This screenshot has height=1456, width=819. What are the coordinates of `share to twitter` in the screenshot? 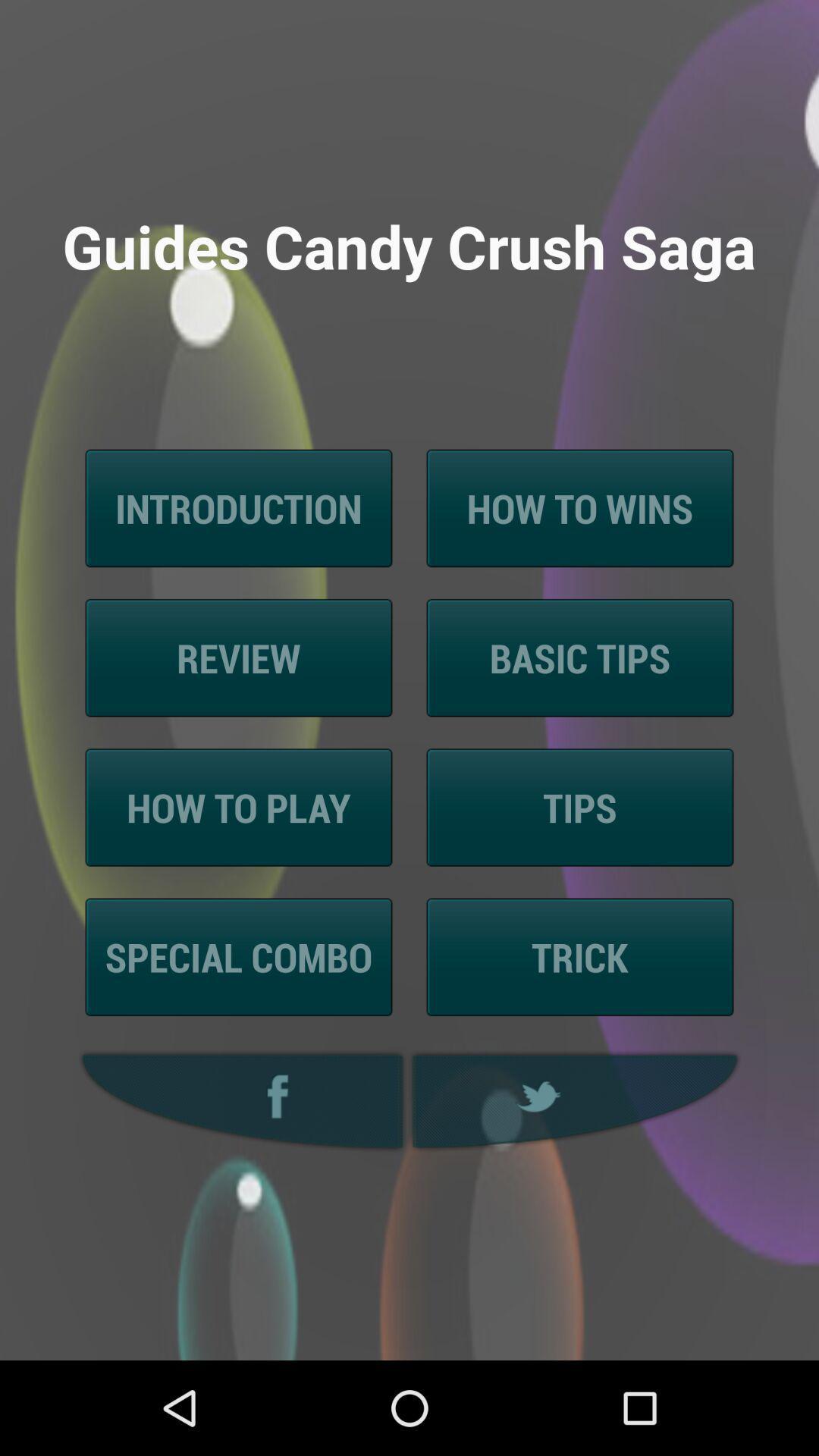 It's located at (577, 1101).